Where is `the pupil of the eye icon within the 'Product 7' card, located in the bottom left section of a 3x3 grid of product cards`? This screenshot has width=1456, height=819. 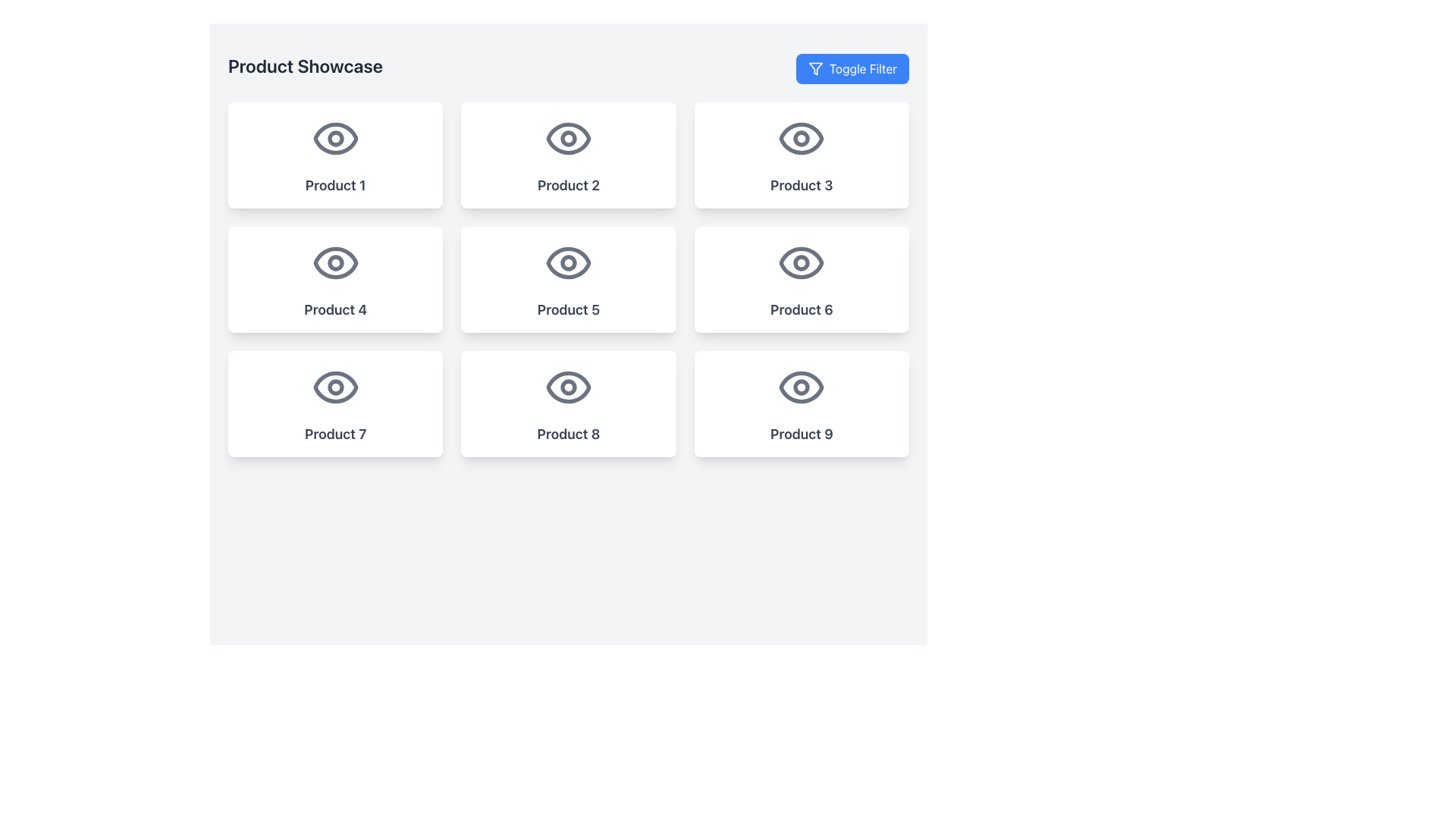 the pupil of the eye icon within the 'Product 7' card, located in the bottom left section of a 3x3 grid of product cards is located at coordinates (334, 386).